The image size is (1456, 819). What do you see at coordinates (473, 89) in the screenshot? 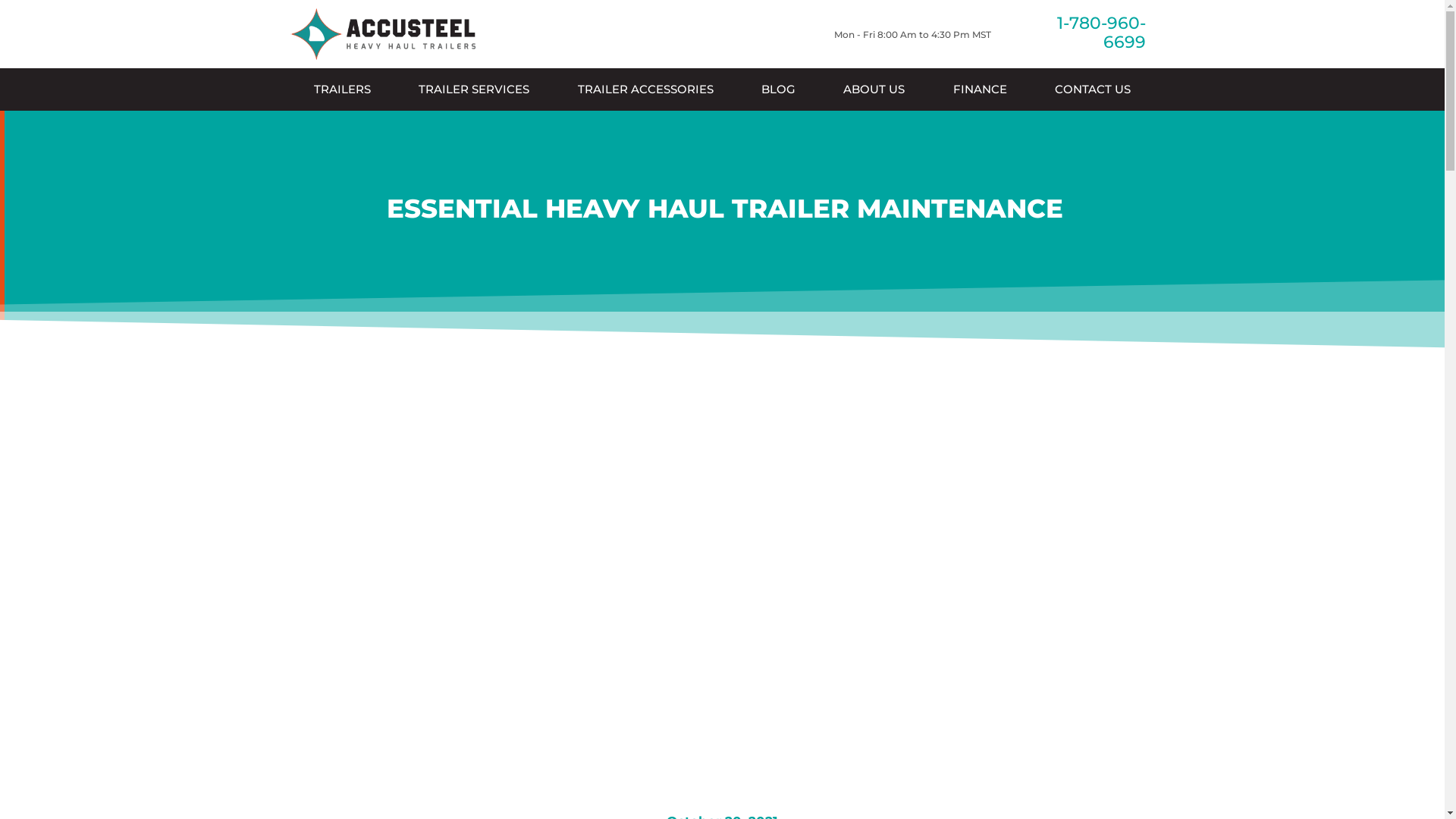
I see `'TRAILER SERVICES'` at bounding box center [473, 89].